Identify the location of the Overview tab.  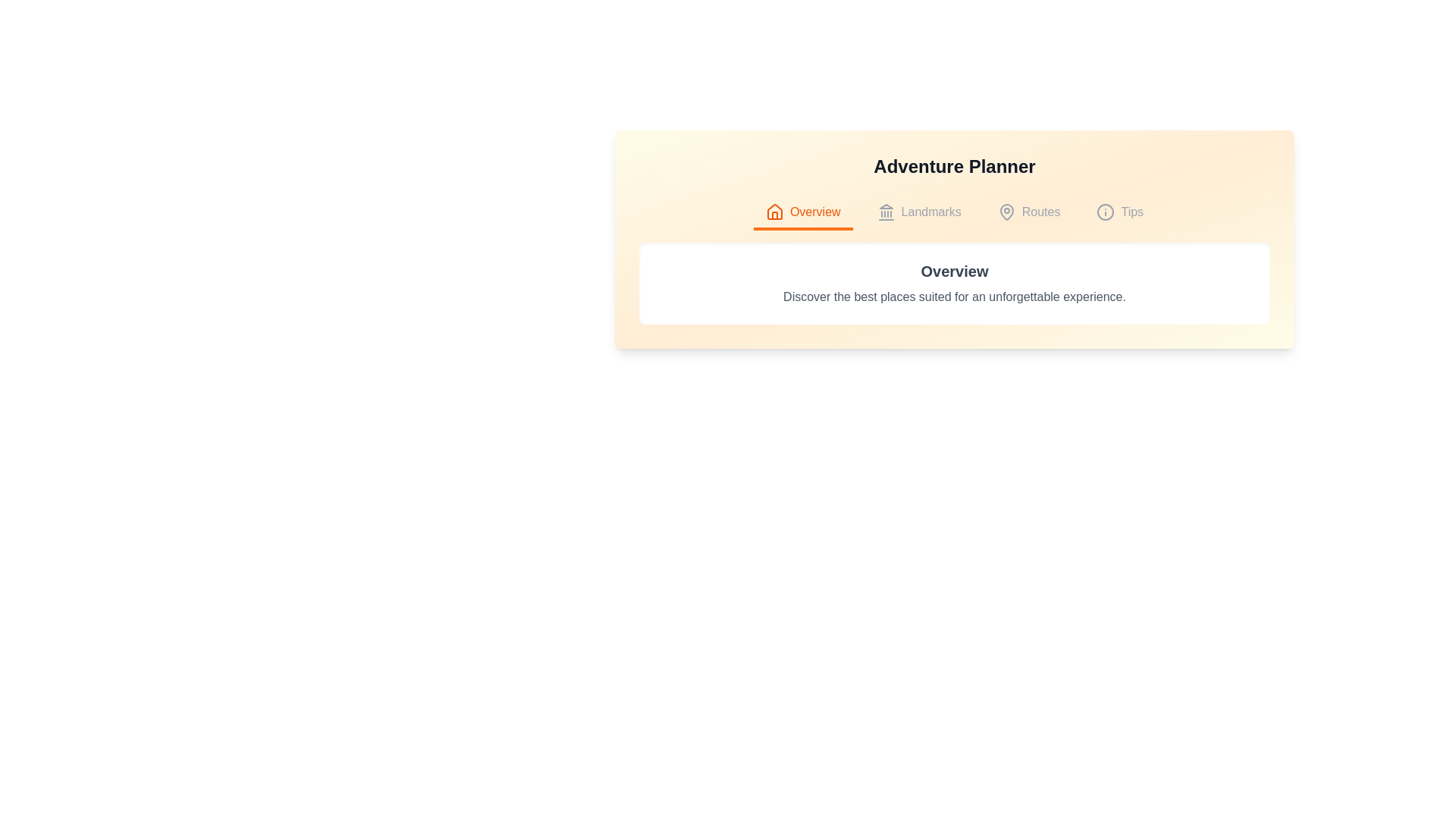
(802, 213).